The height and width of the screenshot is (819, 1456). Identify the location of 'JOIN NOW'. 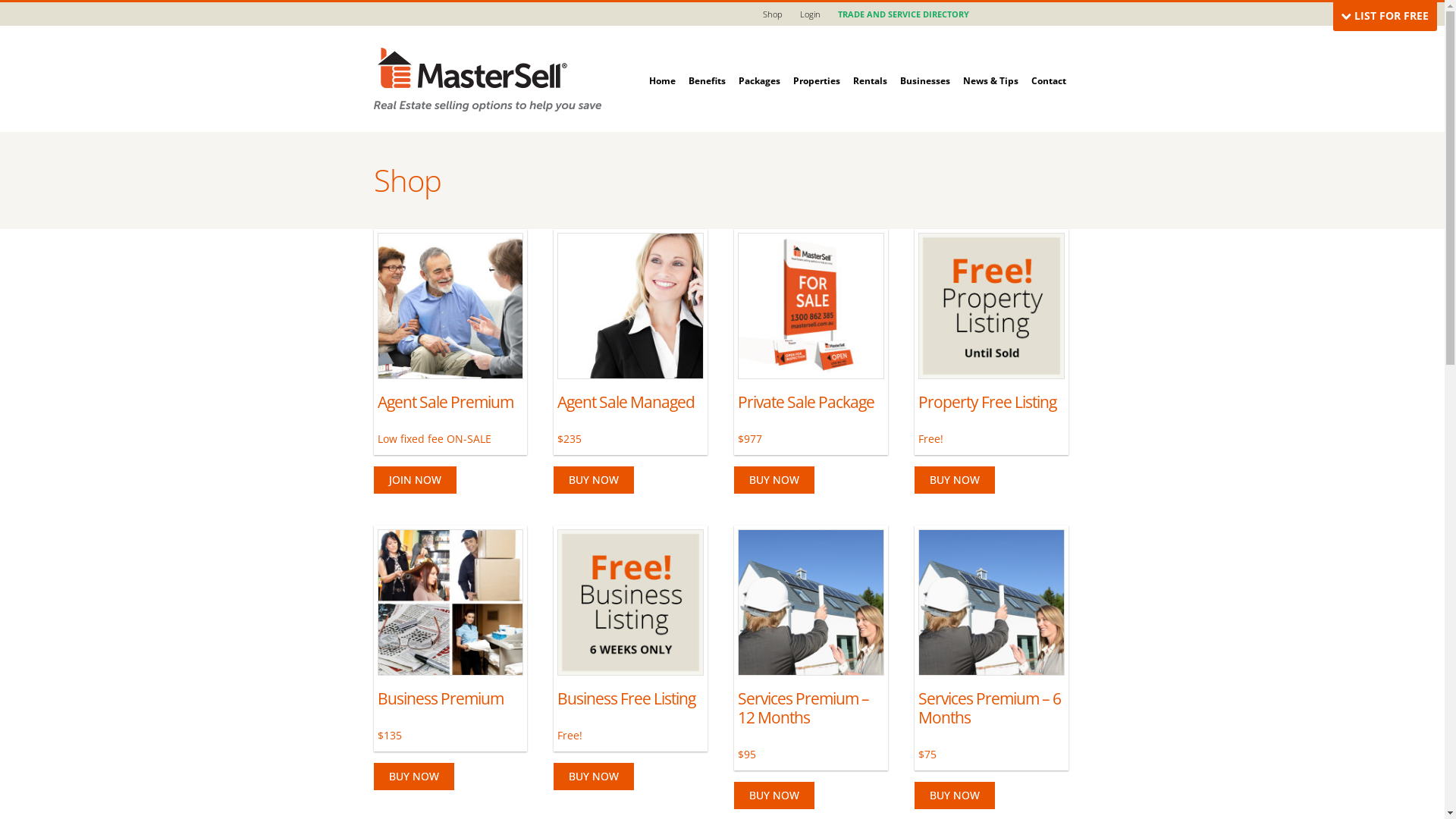
(414, 479).